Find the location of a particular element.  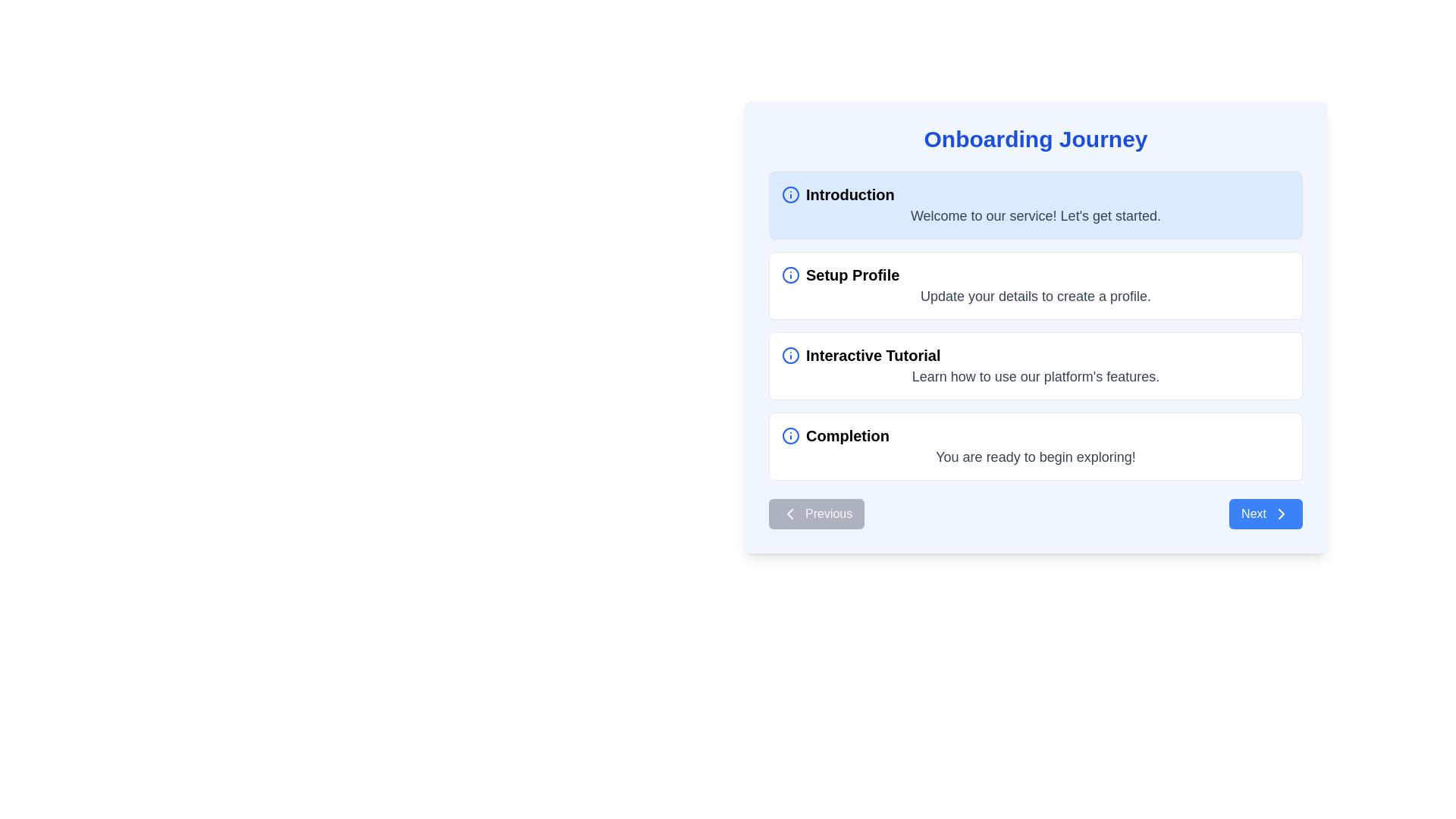

the 'Previous' button, which is styled with a gray background, white text, and a left-pointing chevron icon, located at the bottom-left side of the onboarding card is located at coordinates (816, 513).